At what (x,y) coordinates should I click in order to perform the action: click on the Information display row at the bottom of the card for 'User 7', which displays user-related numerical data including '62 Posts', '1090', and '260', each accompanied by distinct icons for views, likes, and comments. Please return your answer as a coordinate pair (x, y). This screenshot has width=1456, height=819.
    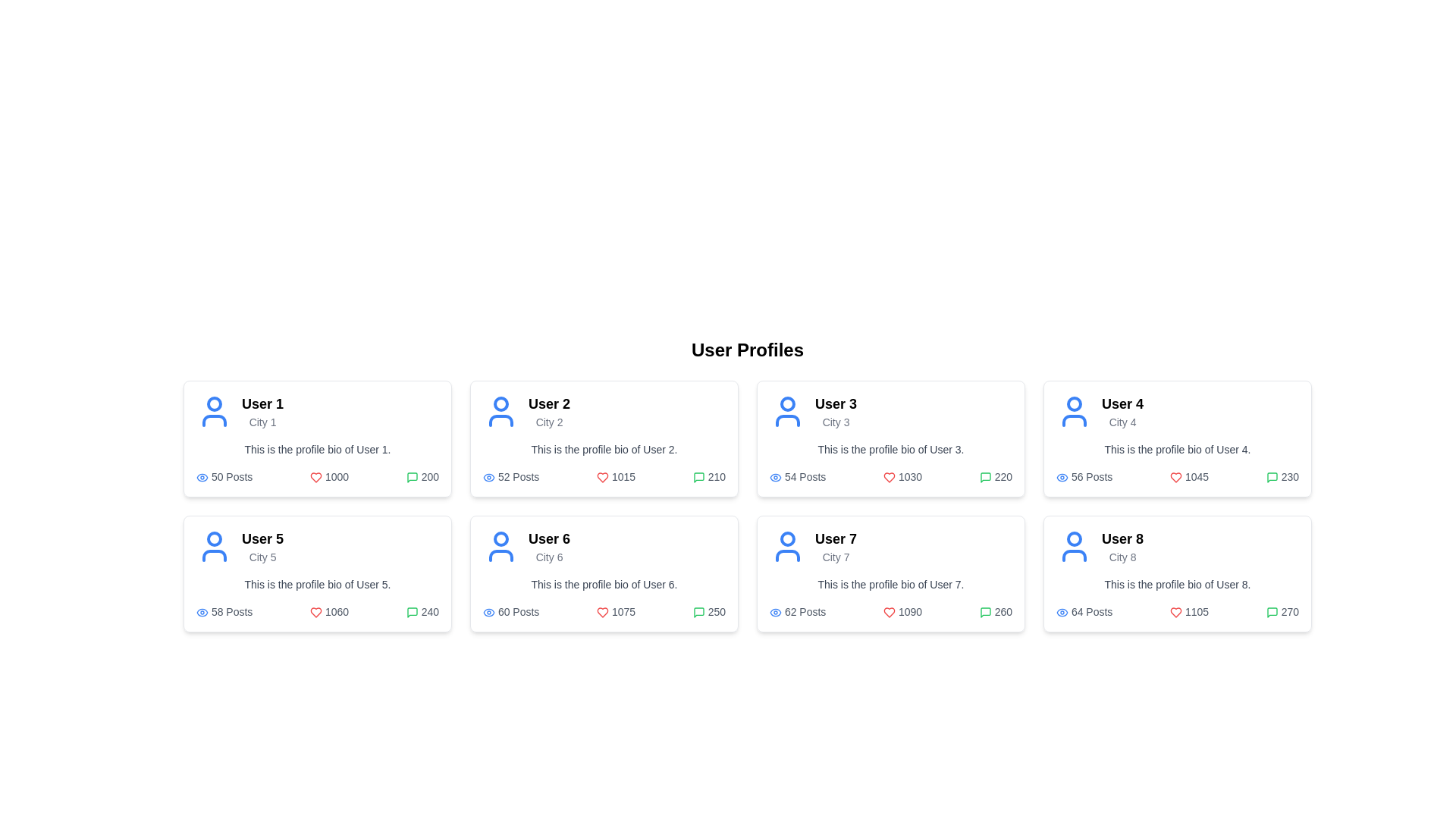
    Looking at the image, I should click on (891, 610).